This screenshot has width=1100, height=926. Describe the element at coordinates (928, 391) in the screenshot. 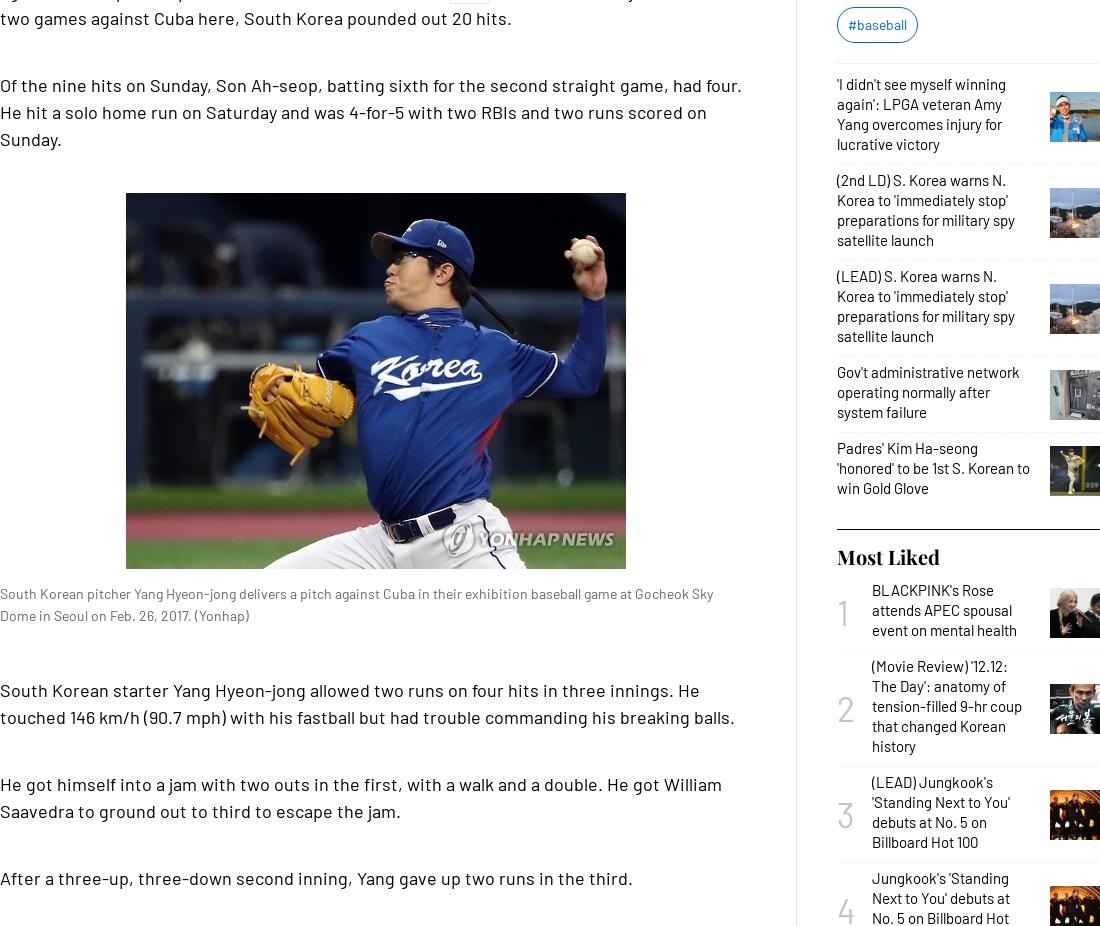

I see `'Gov't administrative network operating normally after system failure'` at that location.